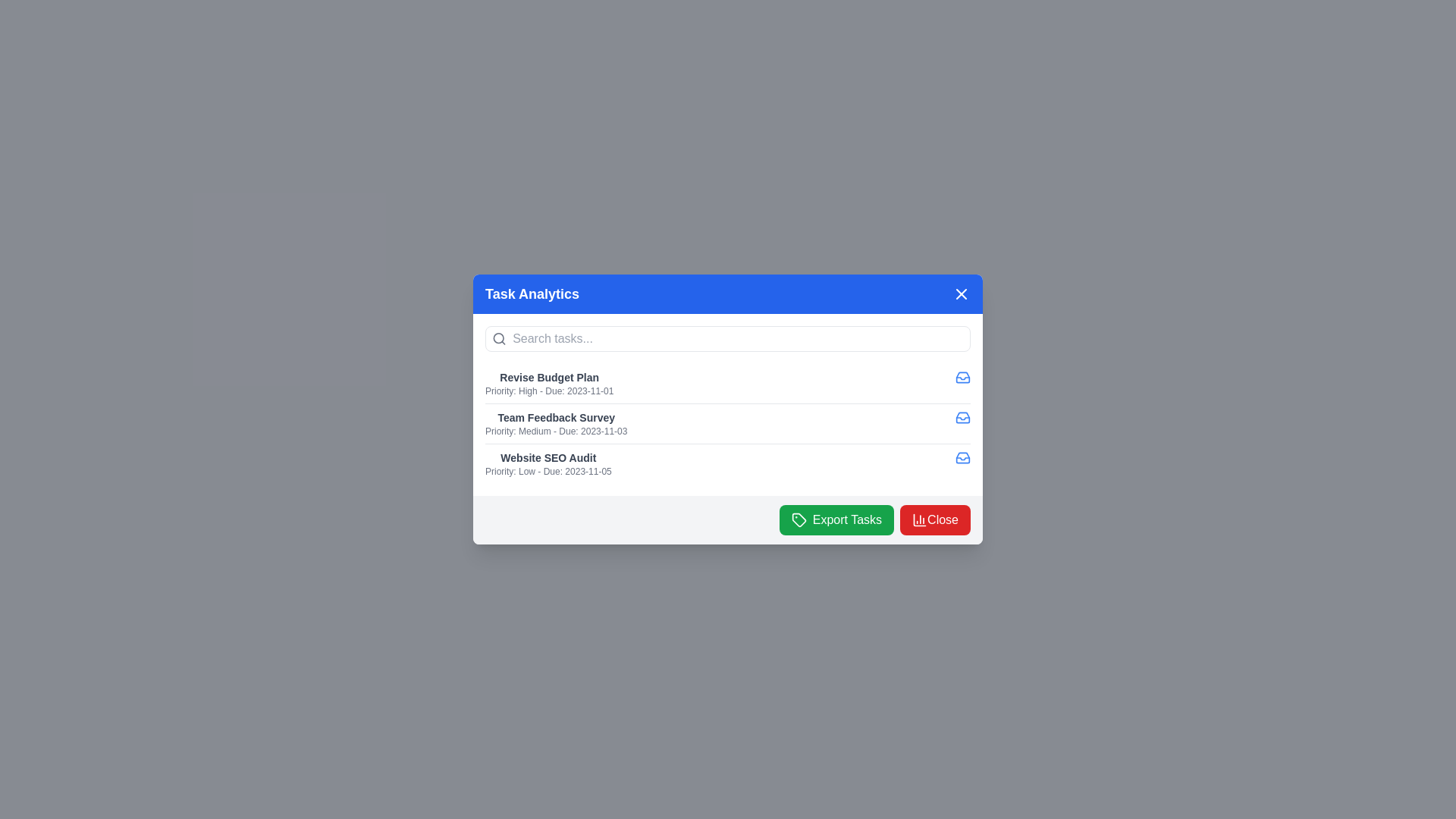 This screenshot has width=1456, height=819. I want to click on the text label that reads 'Priority: High - Due: 2023-11-01', which is located beneath the title 'Revise Budget Plan' in the task management interface, so click(548, 391).